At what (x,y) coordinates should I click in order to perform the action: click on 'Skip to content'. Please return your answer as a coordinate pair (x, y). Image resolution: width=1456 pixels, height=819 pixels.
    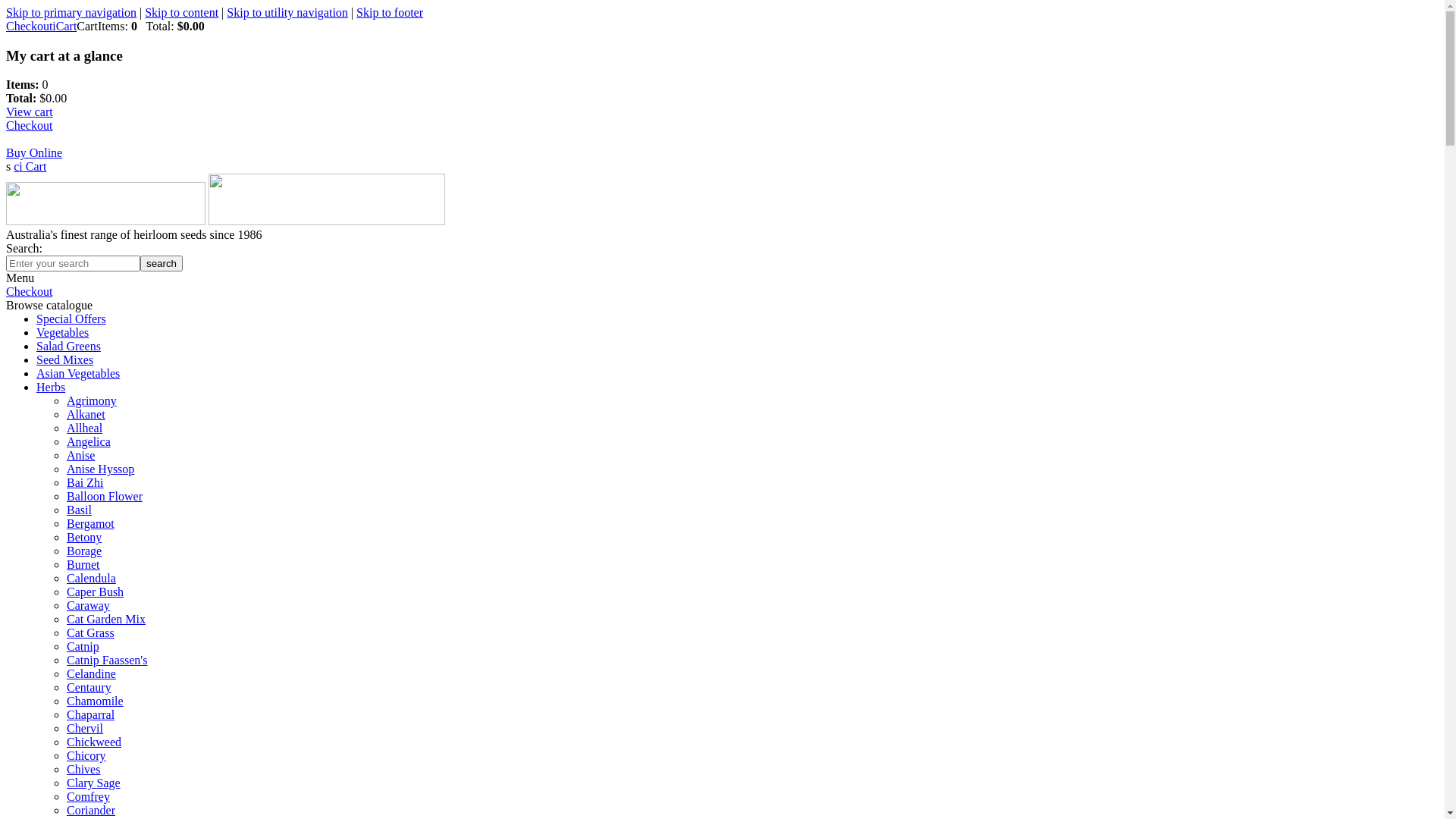
    Looking at the image, I should click on (145, 12).